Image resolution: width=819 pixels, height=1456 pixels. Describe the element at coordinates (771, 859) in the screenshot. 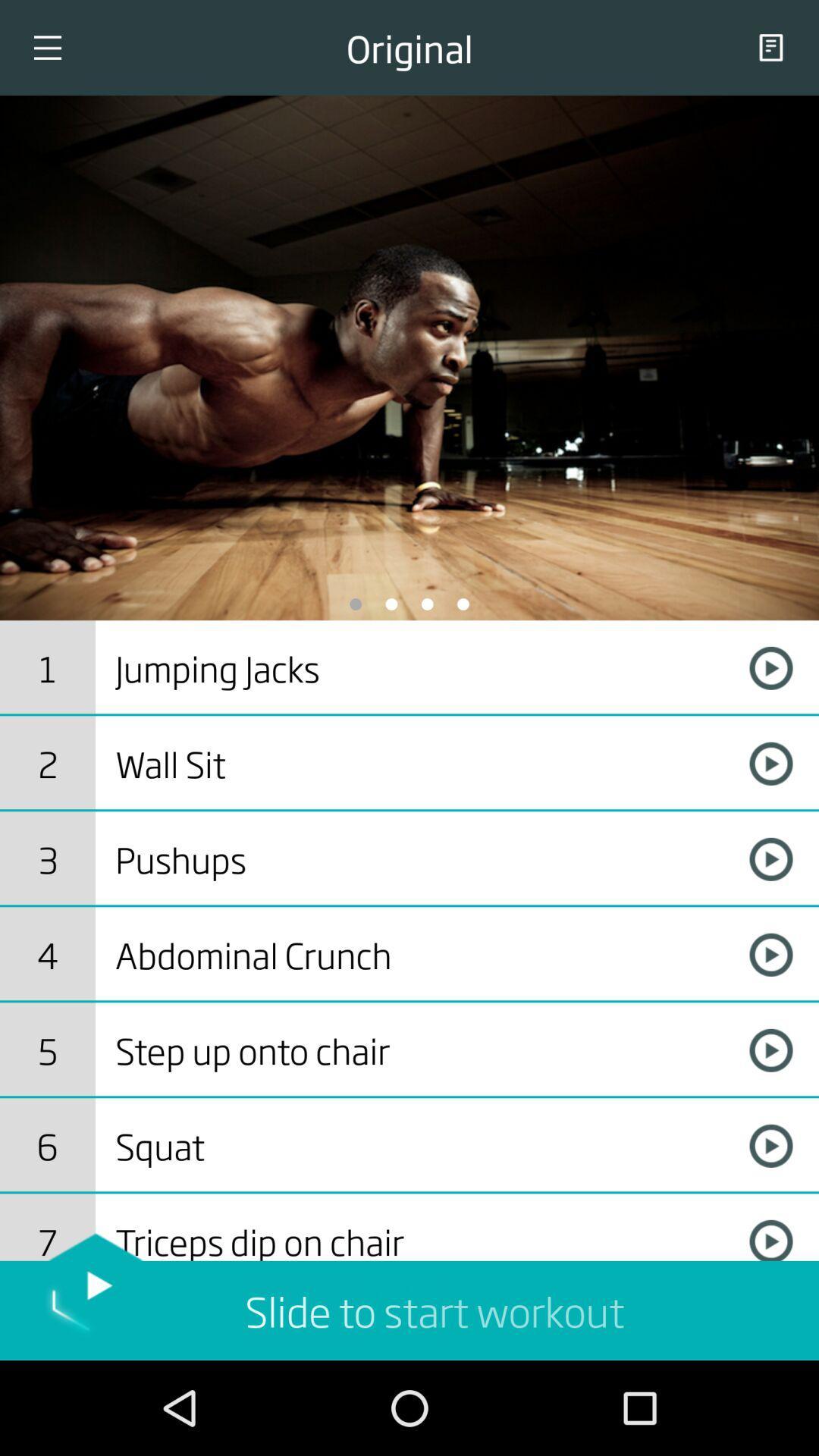

I see `the play icon` at that location.